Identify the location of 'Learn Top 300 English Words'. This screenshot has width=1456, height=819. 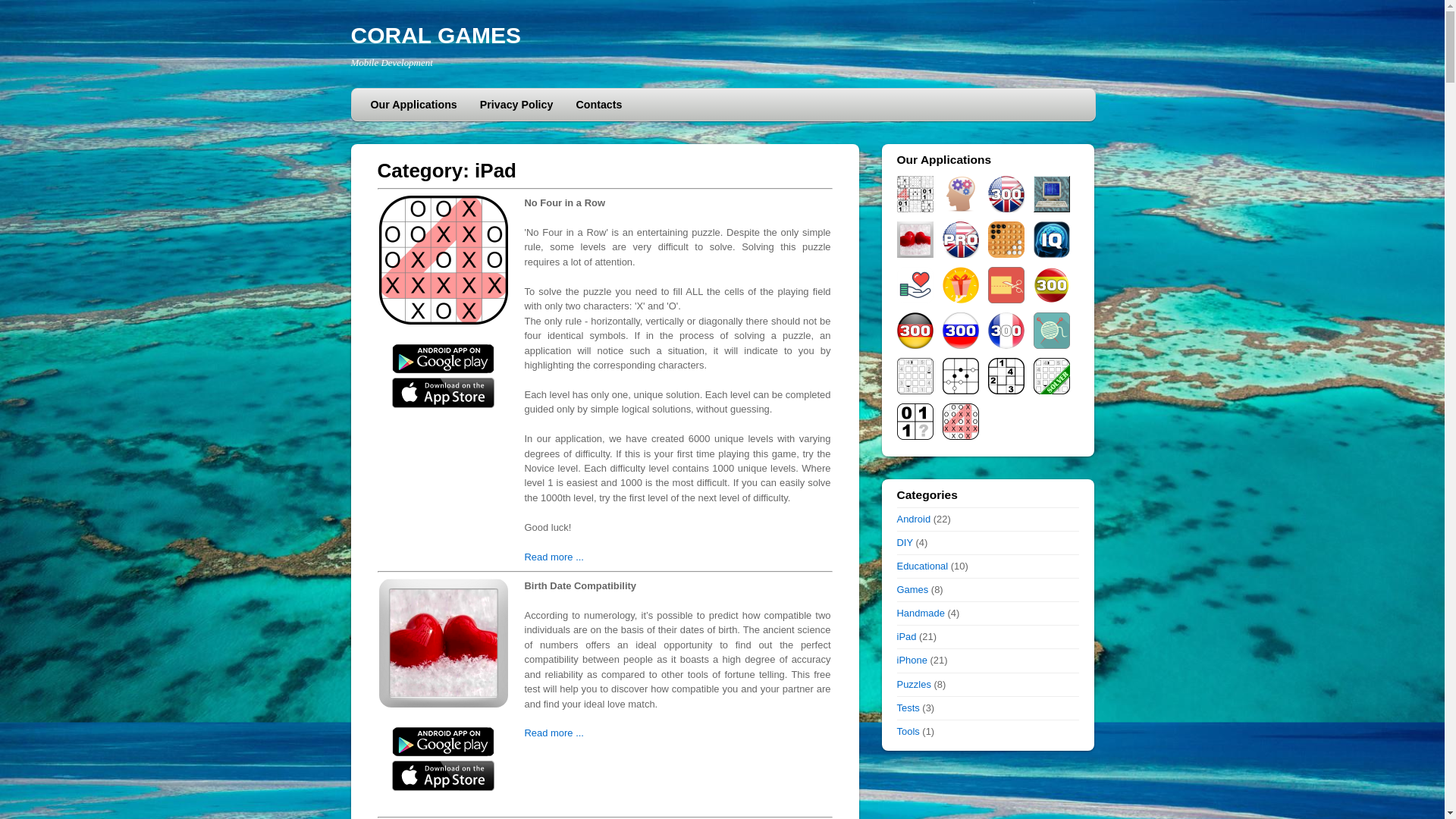
(1005, 193).